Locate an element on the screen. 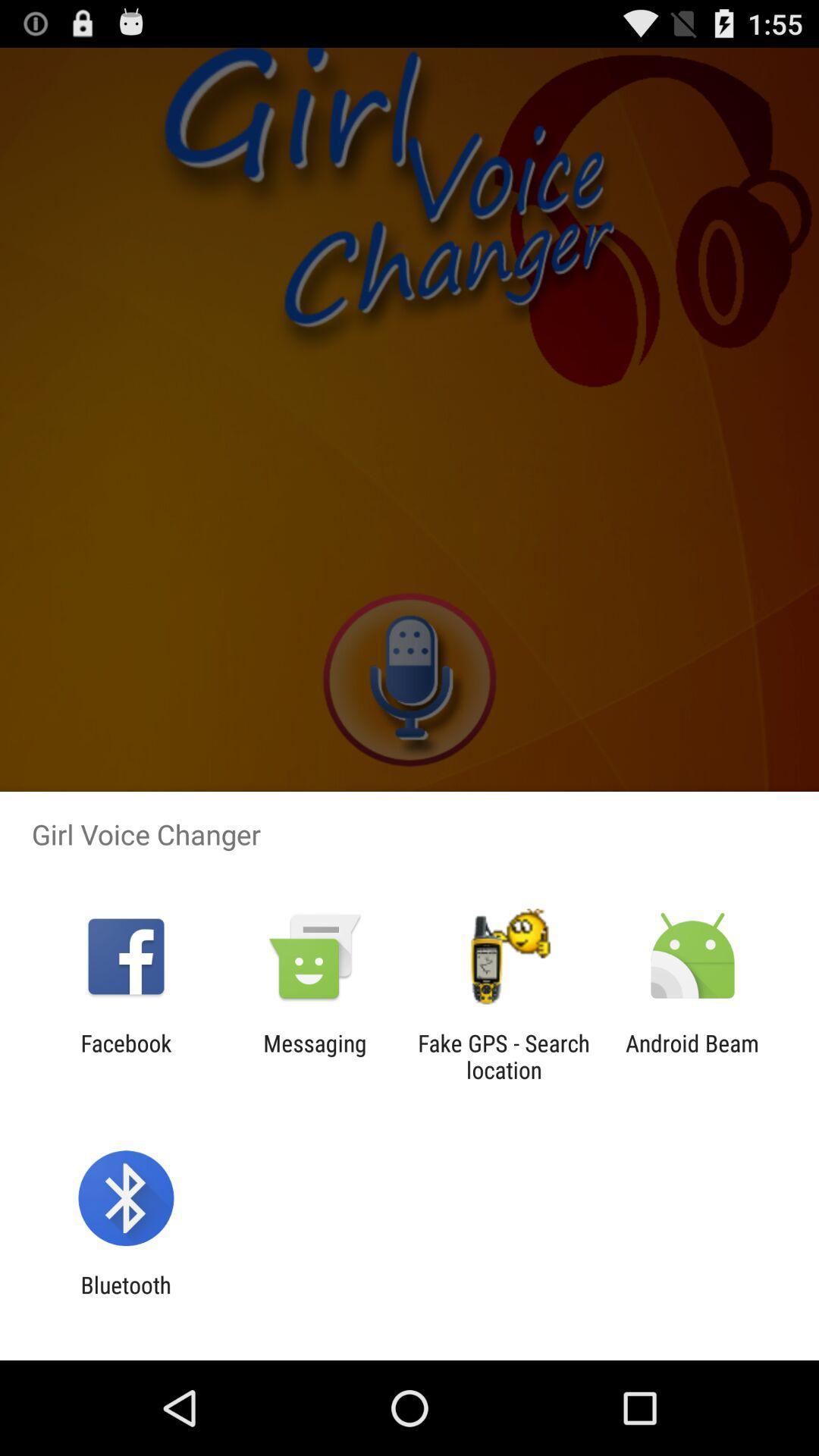 The image size is (819, 1456). the icon to the left of messaging is located at coordinates (125, 1056).